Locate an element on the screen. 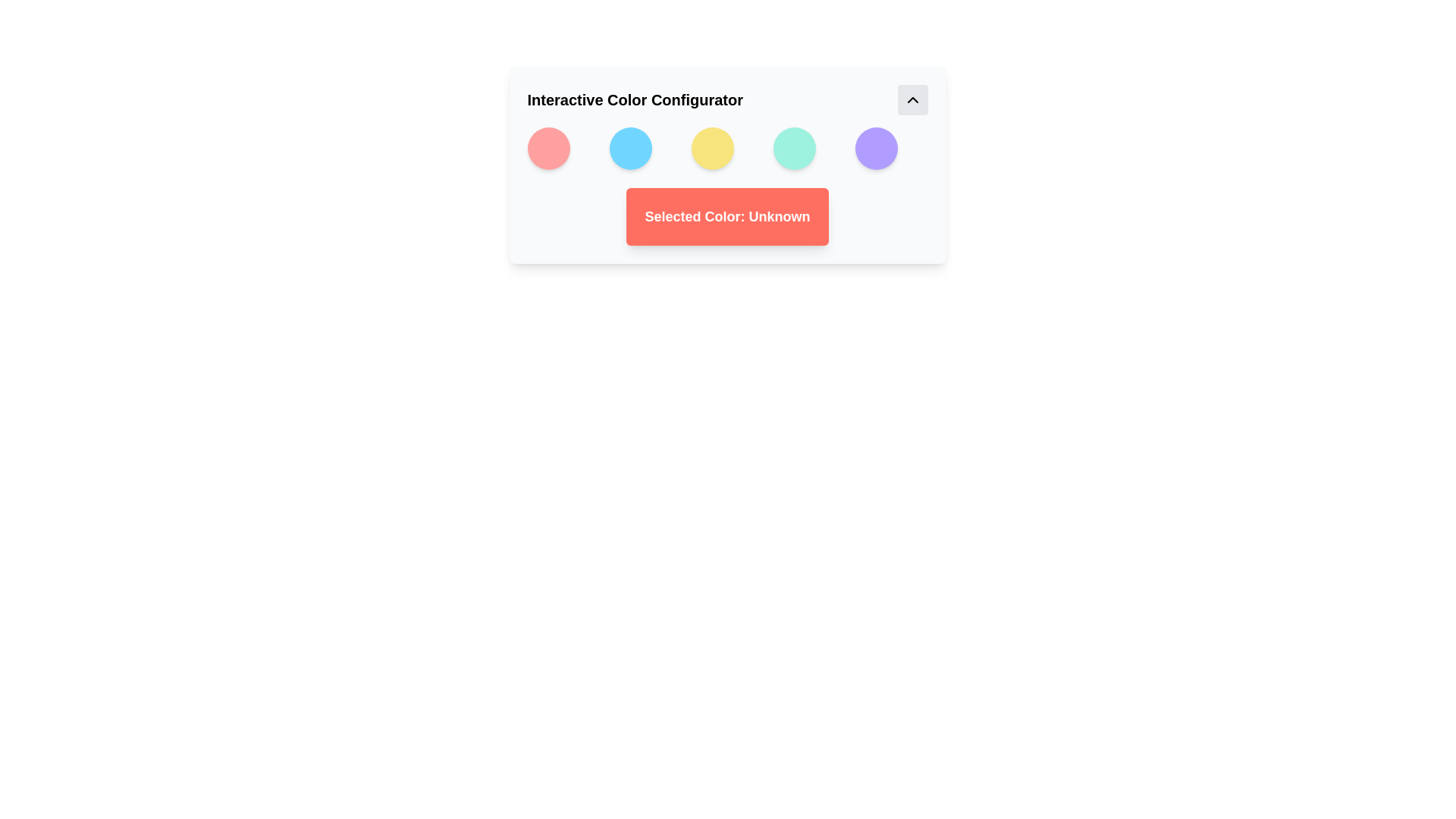  the icon in the top-right corner of the 'Interactive Color Configurator' panel is located at coordinates (912, 99).